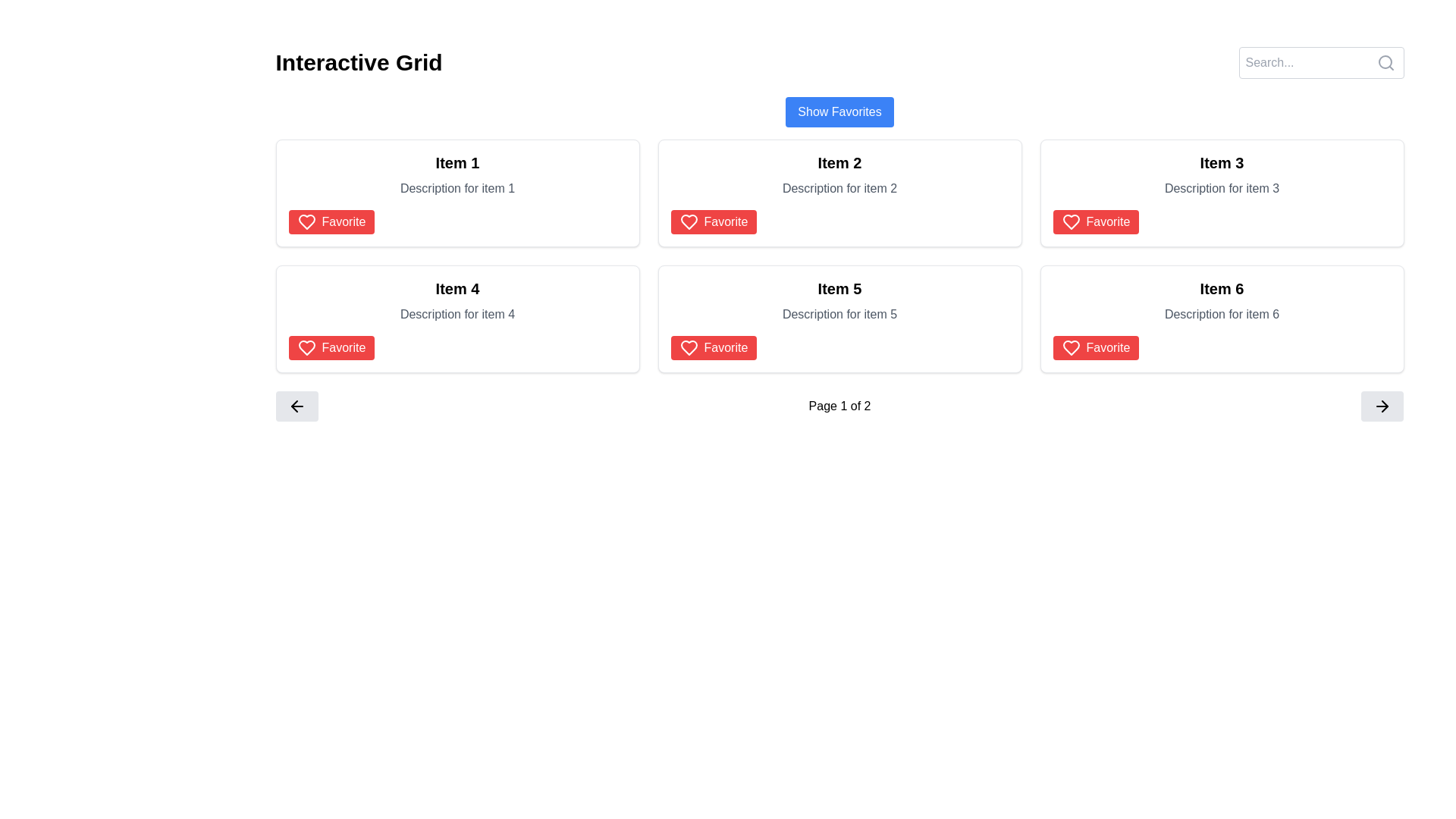 The width and height of the screenshot is (1456, 819). What do you see at coordinates (1382, 406) in the screenshot?
I see `the rightward arrow IconButton located in the bottom-right corner of the interface for keyboard navigation` at bounding box center [1382, 406].